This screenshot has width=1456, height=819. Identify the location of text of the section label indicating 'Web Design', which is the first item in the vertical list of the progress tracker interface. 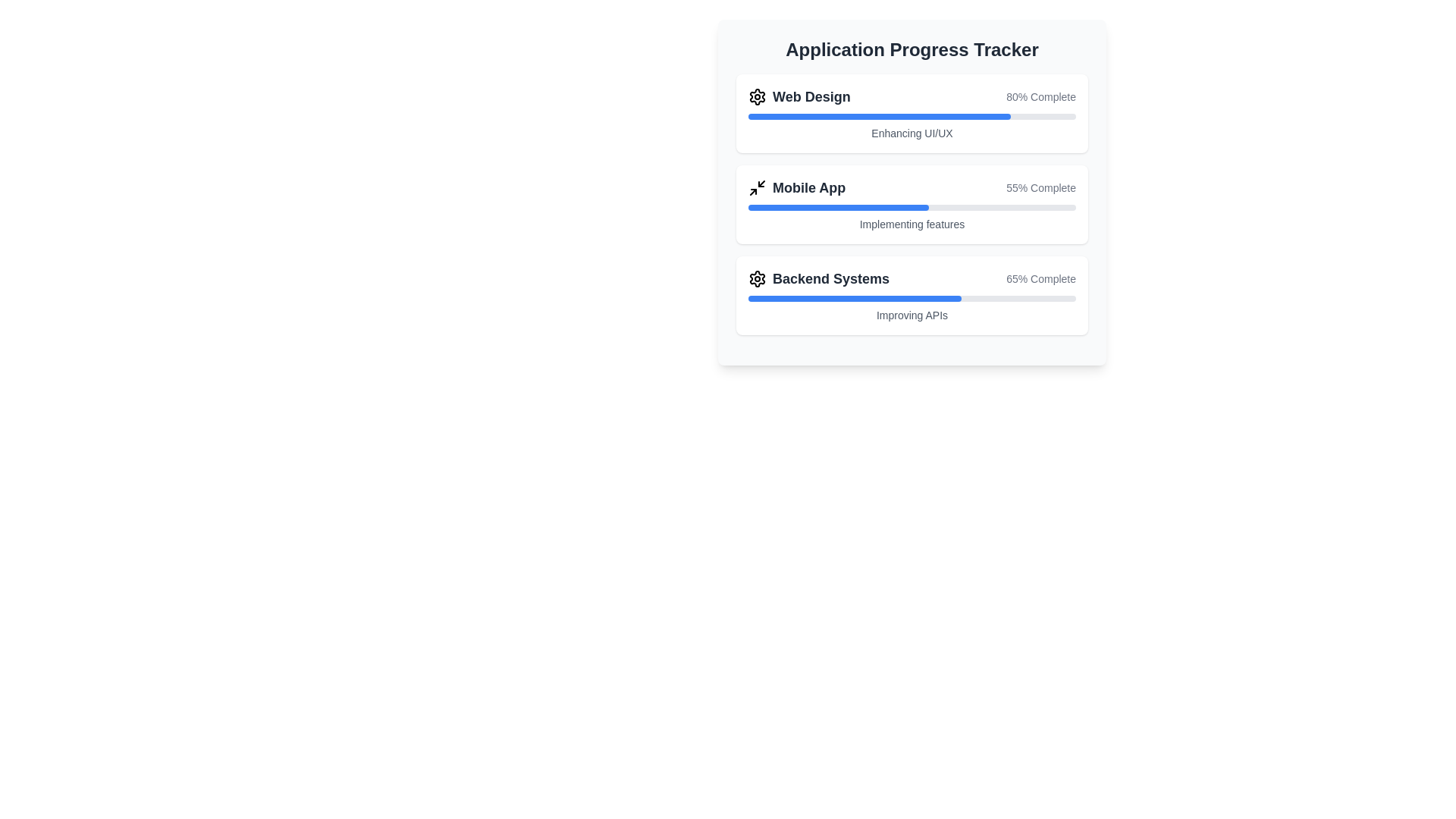
(799, 96).